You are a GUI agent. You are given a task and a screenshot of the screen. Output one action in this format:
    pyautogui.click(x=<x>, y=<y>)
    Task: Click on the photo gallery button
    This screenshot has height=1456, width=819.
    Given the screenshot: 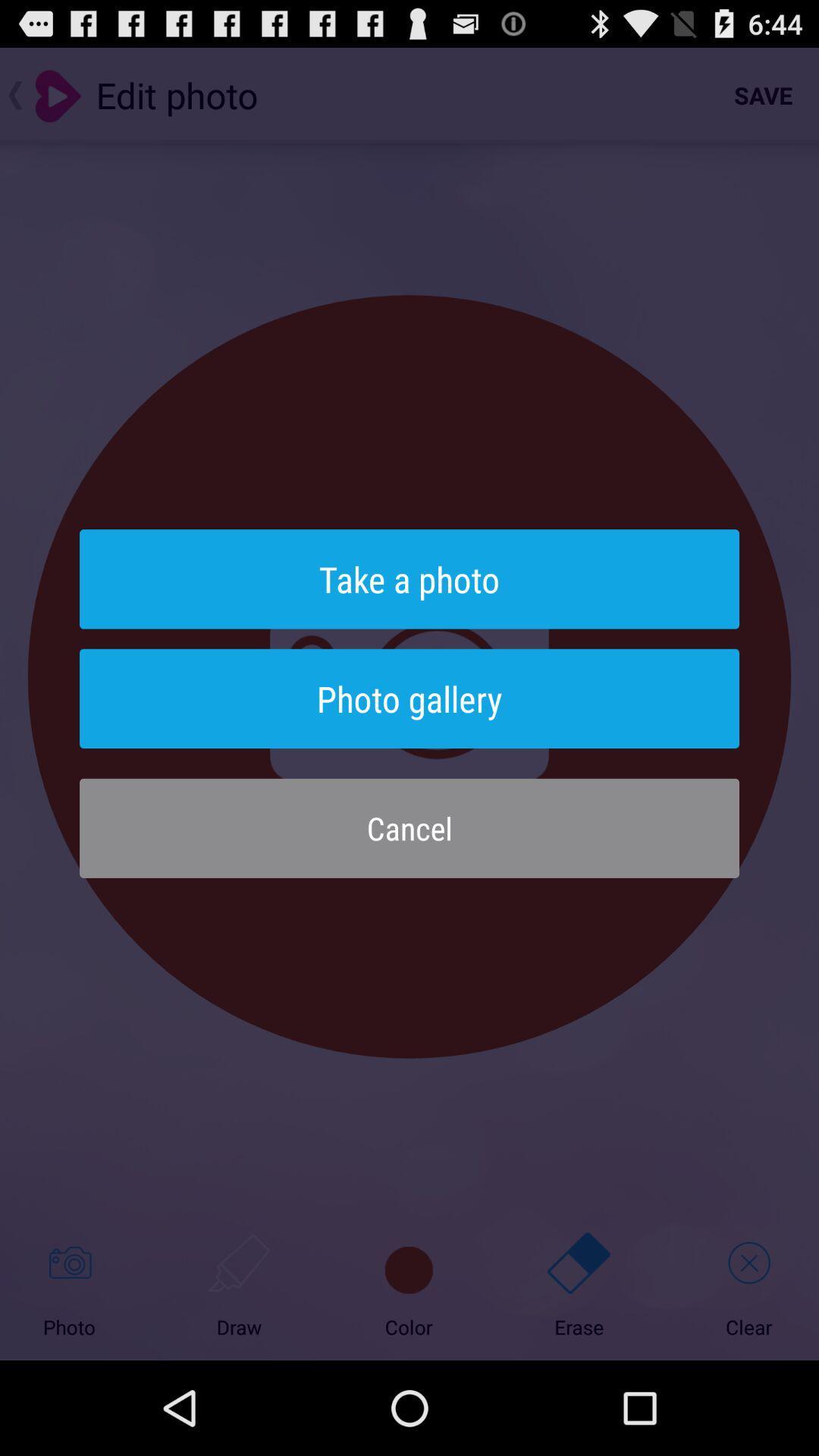 What is the action you would take?
    pyautogui.click(x=409, y=698)
    